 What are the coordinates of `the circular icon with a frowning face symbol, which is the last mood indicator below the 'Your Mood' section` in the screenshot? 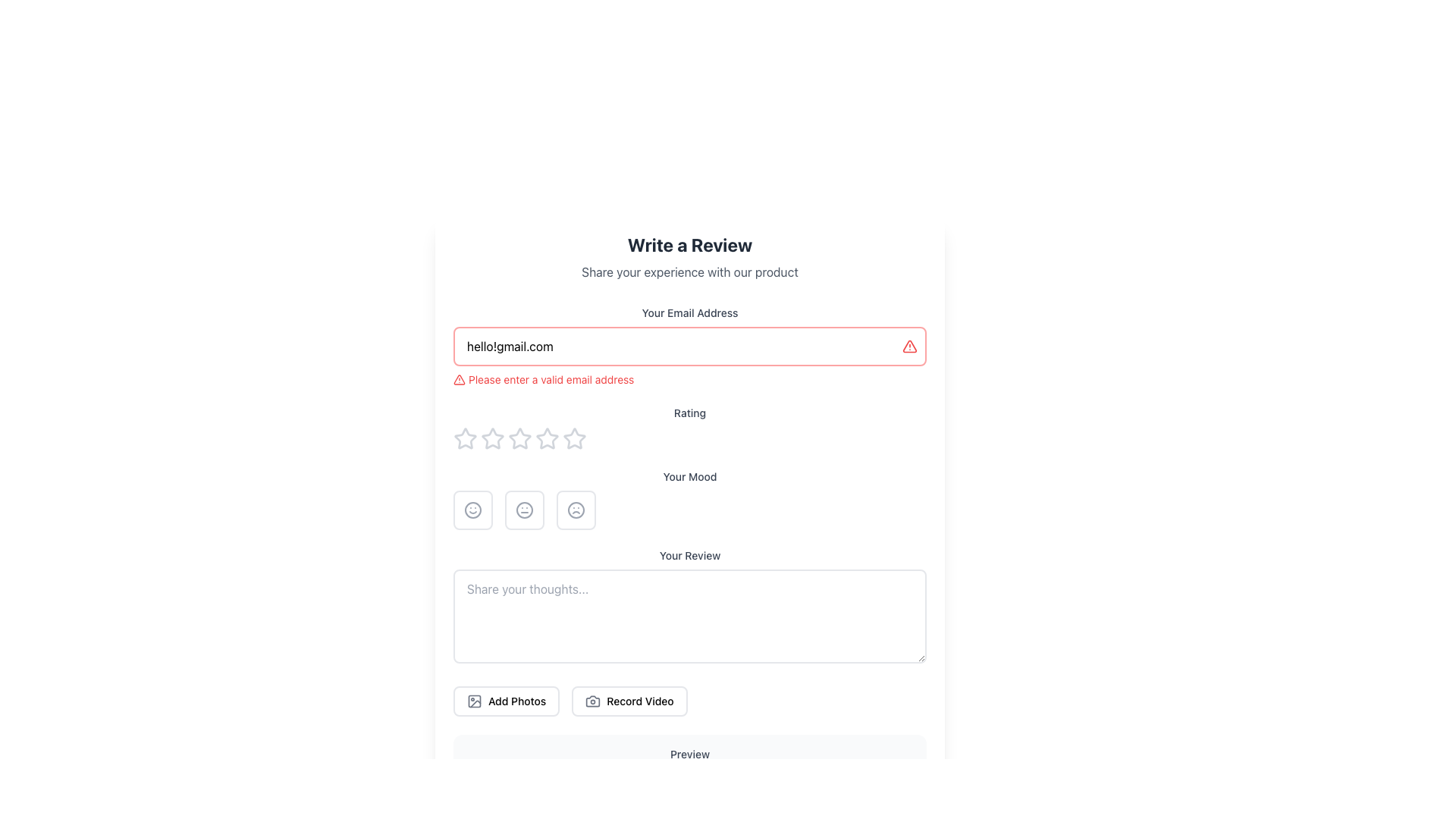 It's located at (575, 510).